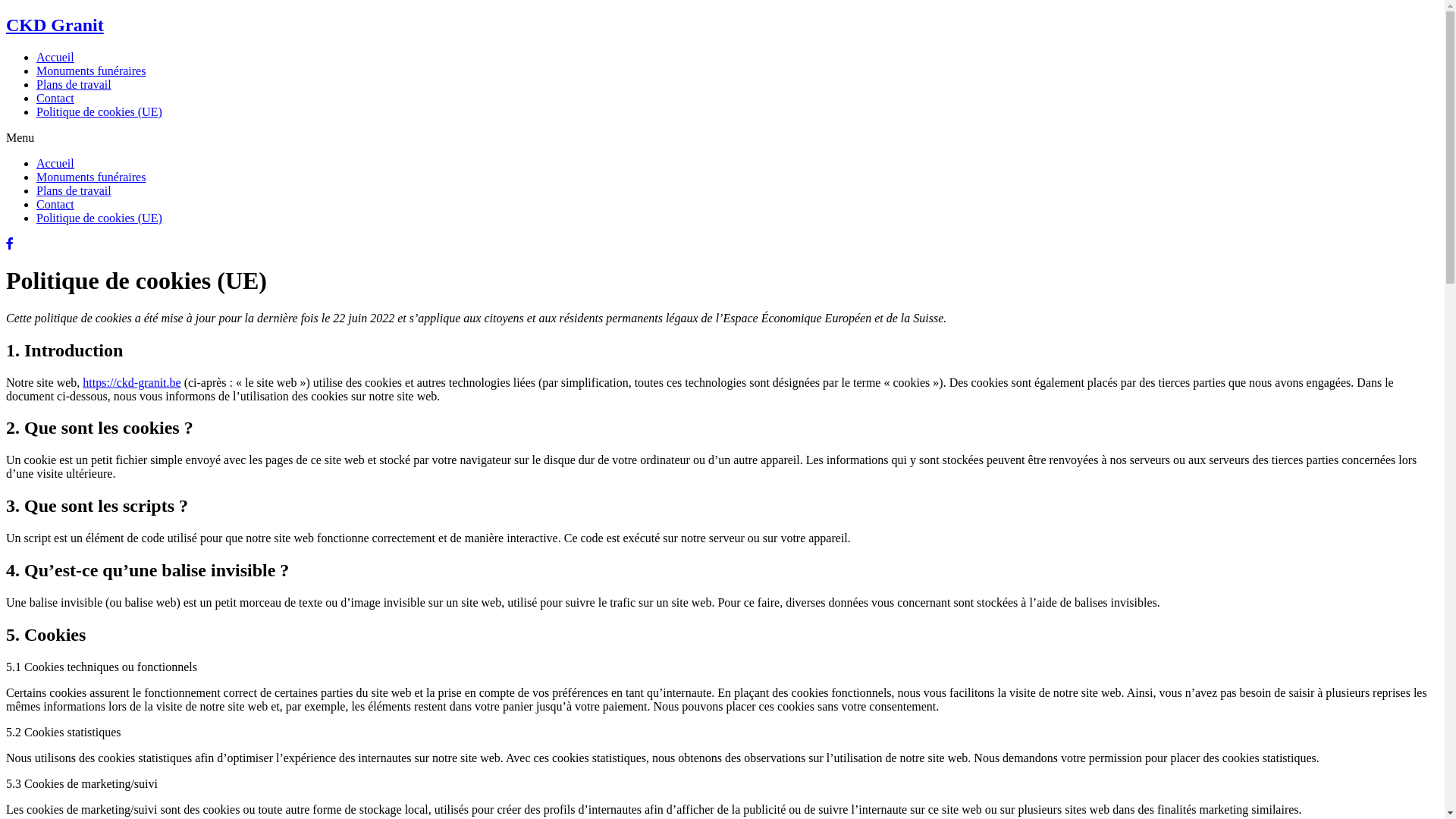 The height and width of the screenshot is (819, 1456). I want to click on 'Accueil', so click(55, 163).